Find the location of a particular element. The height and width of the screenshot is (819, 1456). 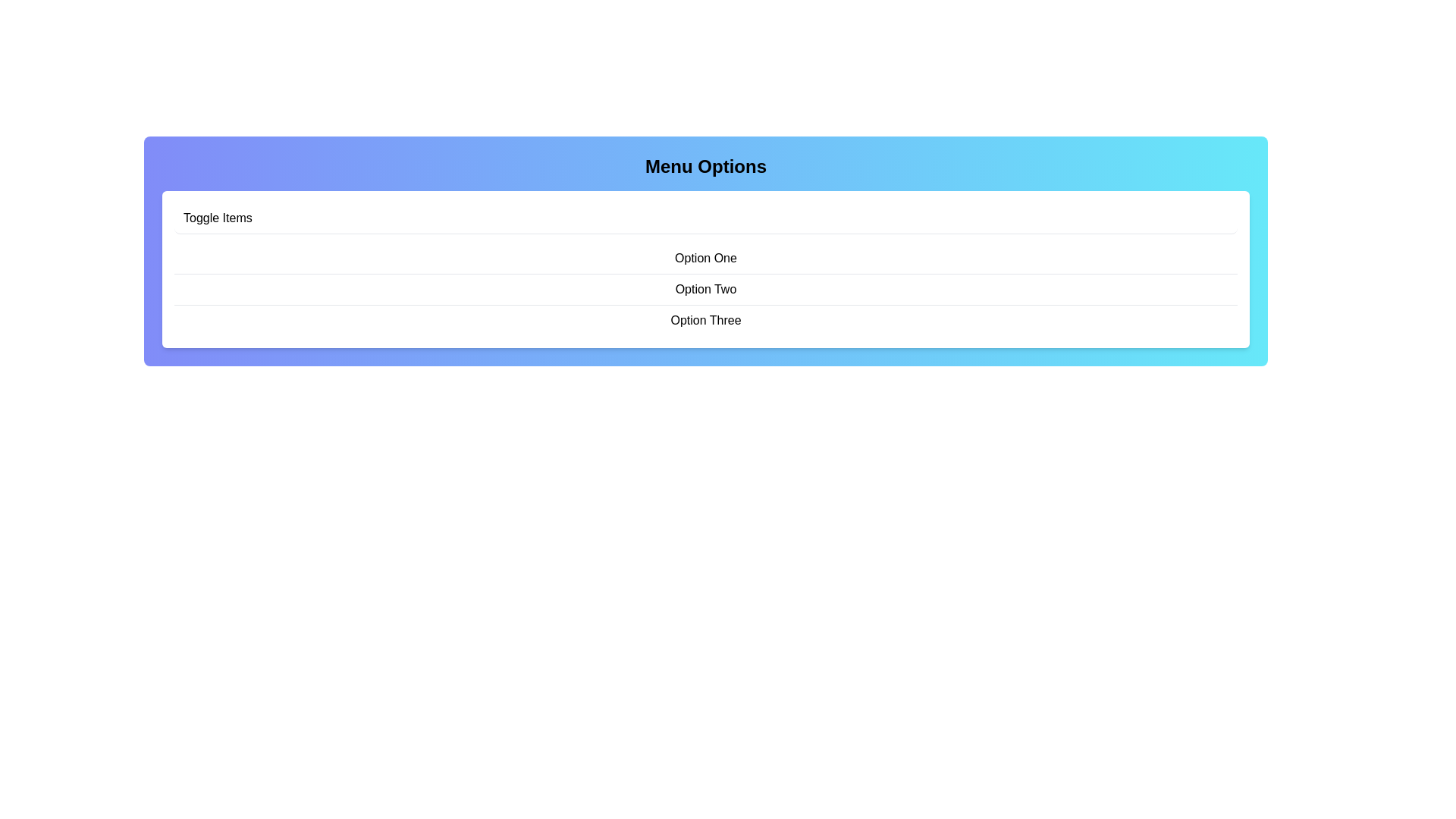

the menu option Option One is located at coordinates (705, 257).